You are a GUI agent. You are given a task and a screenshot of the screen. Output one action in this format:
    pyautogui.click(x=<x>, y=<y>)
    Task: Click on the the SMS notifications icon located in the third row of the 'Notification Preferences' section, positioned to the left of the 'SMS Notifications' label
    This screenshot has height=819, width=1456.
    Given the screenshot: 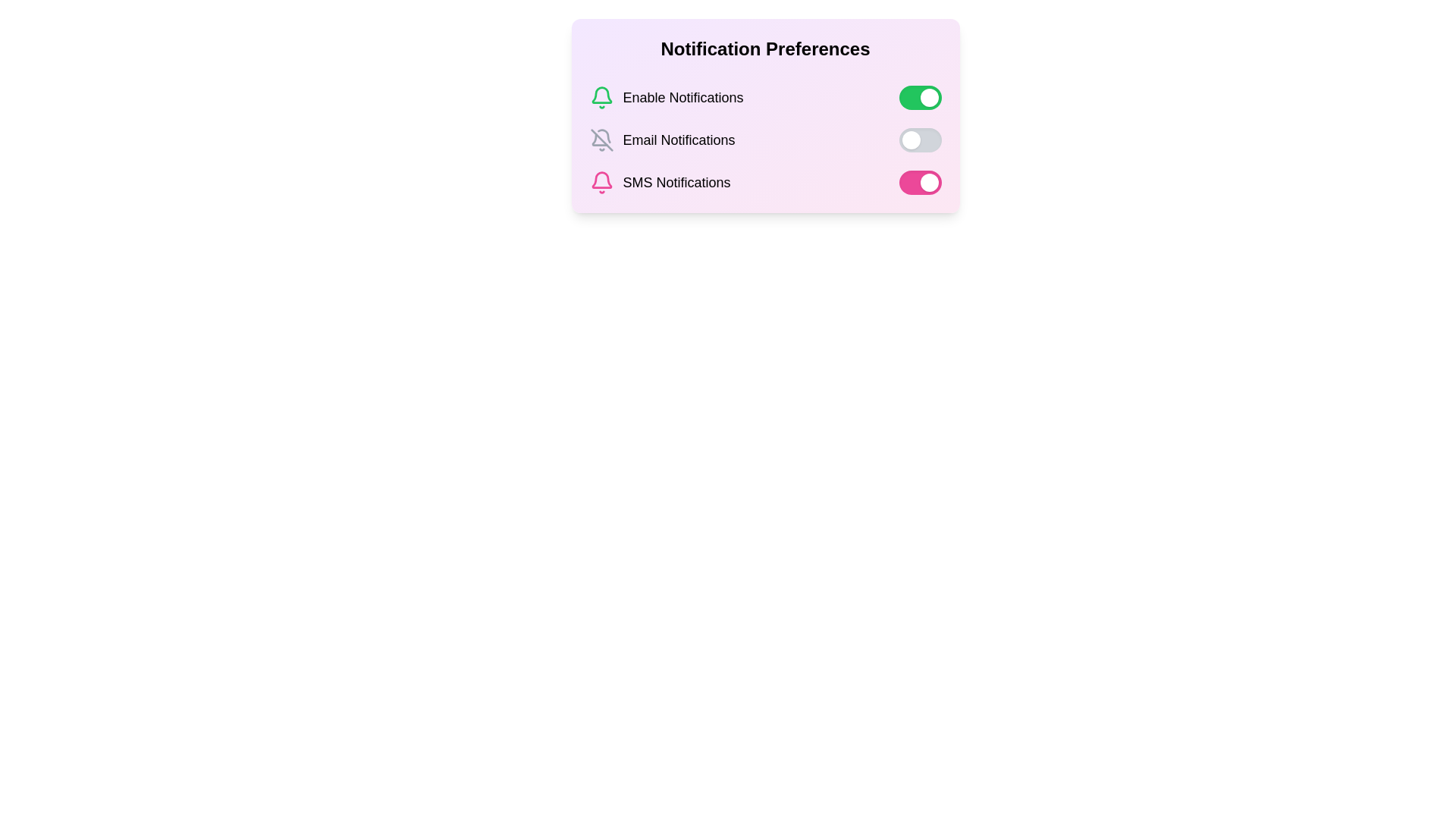 What is the action you would take?
    pyautogui.click(x=601, y=179)
    